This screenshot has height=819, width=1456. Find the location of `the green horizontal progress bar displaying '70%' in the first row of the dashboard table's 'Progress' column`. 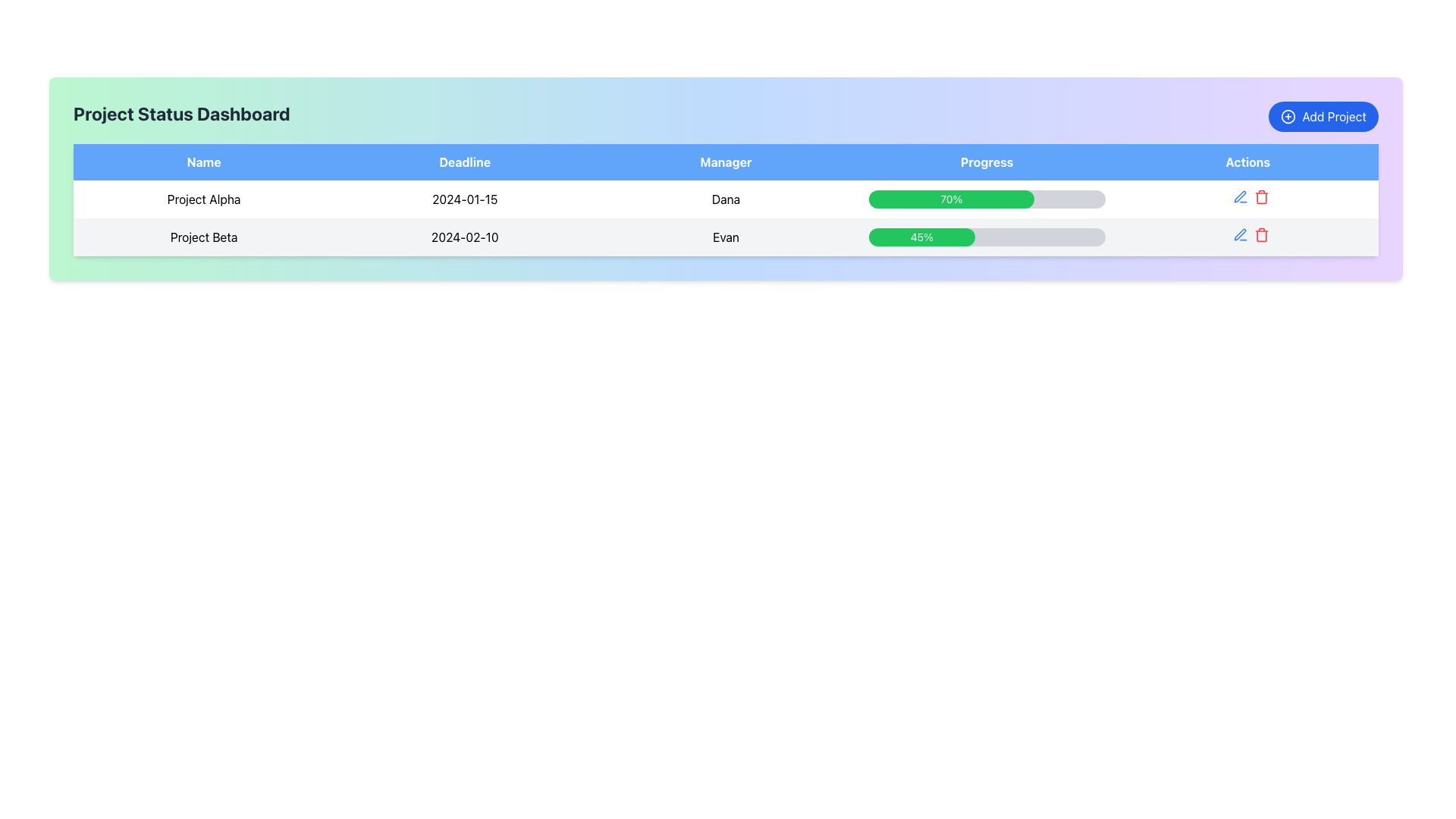

the green horizontal progress bar displaying '70%' in the first row of the dashboard table's 'Progress' column is located at coordinates (950, 198).